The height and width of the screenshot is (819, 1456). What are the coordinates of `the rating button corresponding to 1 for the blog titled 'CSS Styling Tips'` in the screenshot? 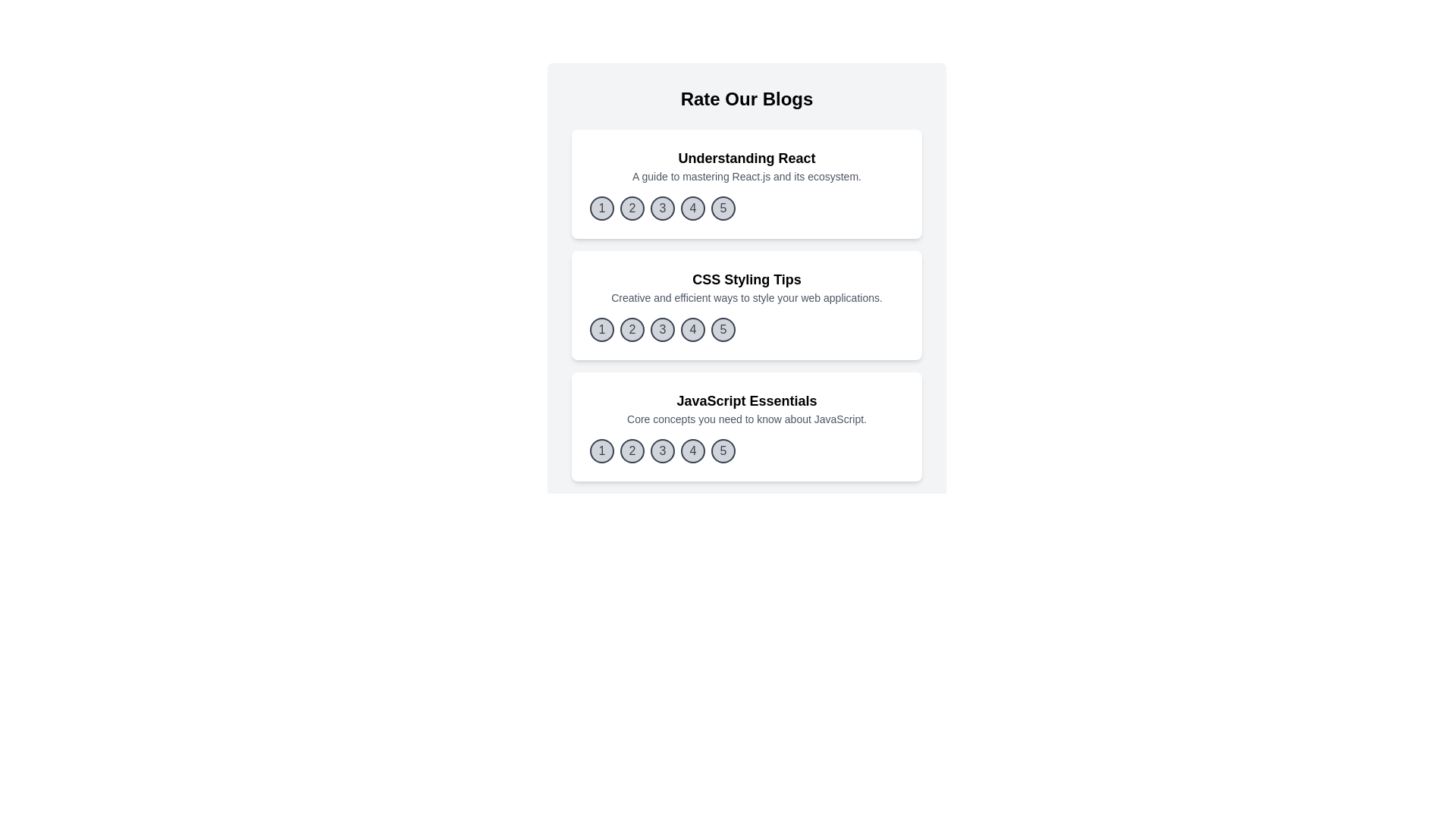 It's located at (601, 329).